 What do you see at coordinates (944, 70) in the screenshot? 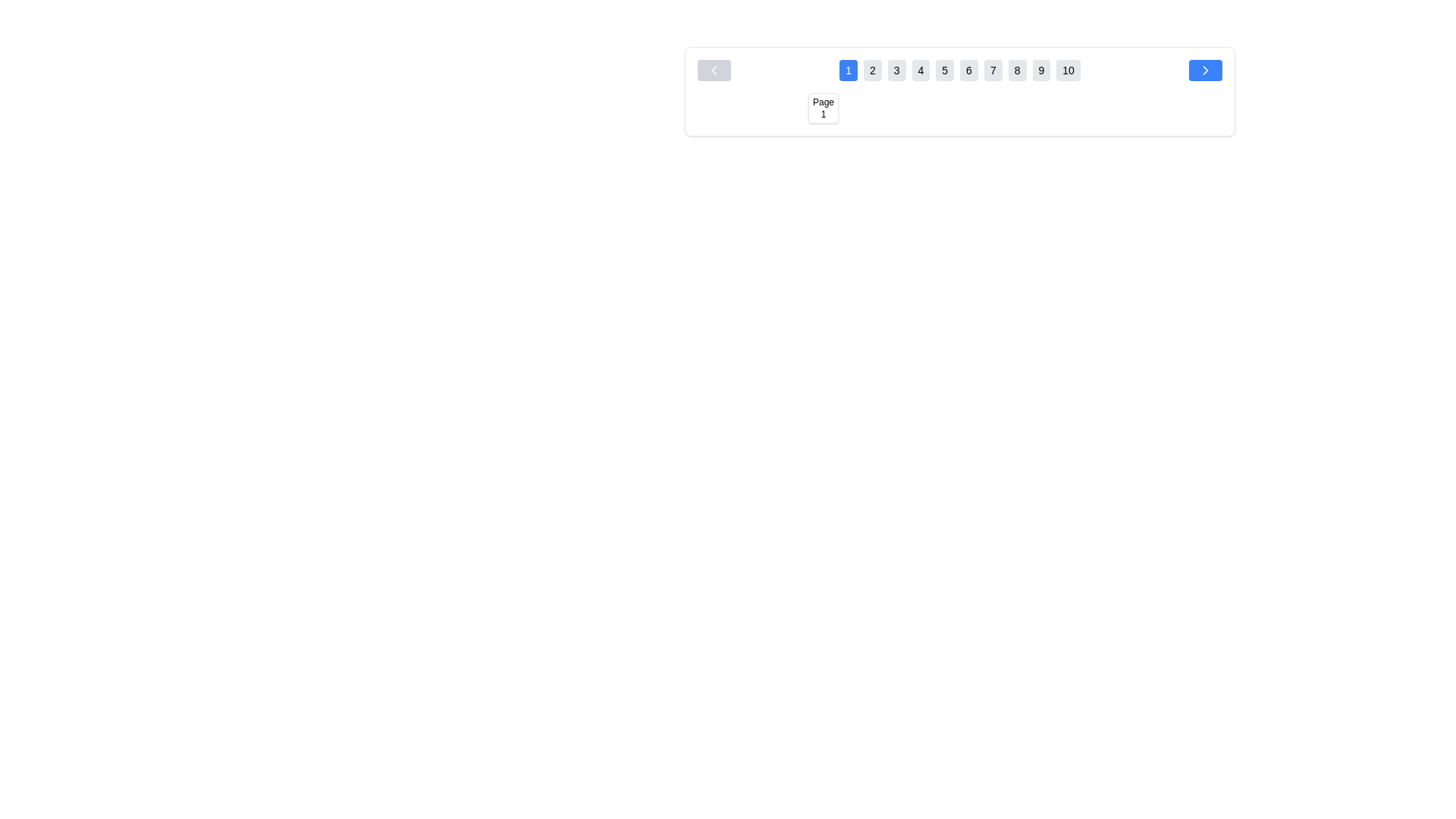
I see `the button labeled '5' in the pagination control` at bounding box center [944, 70].